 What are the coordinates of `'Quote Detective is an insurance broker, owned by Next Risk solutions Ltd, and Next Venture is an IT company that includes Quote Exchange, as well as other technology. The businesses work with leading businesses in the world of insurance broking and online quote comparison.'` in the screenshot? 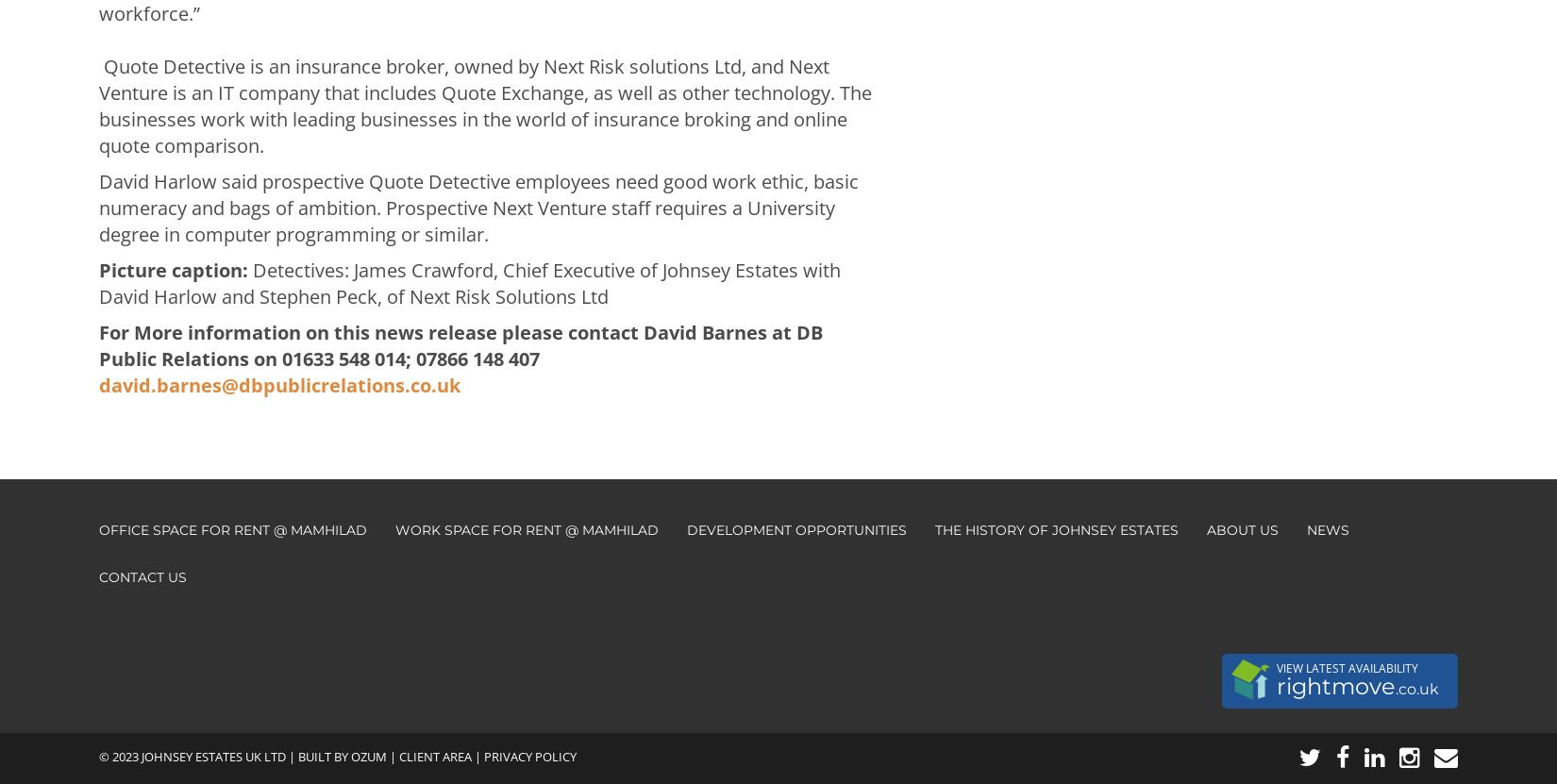 It's located at (484, 106).